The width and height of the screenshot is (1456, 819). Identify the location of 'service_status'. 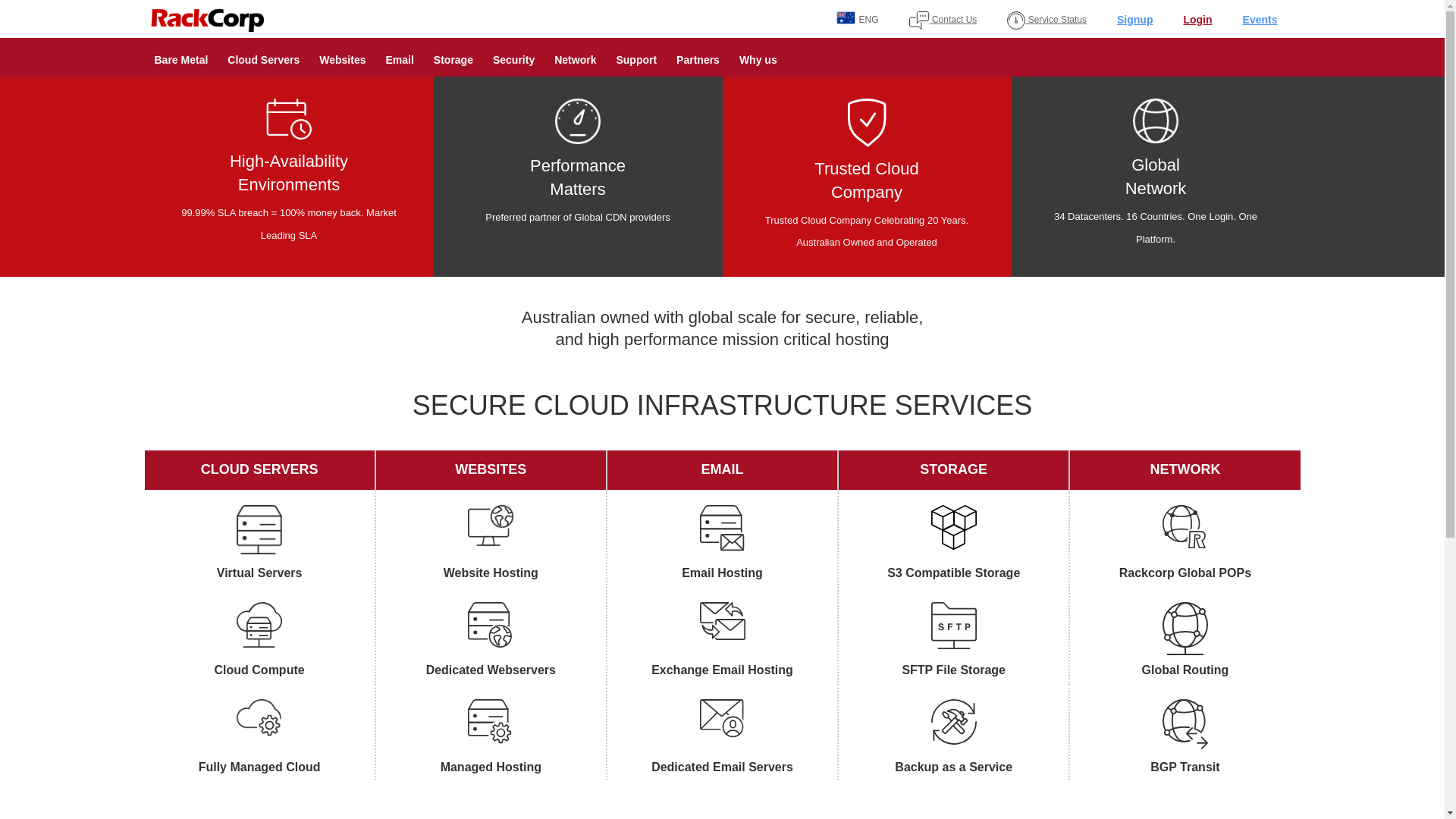
(1015, 20).